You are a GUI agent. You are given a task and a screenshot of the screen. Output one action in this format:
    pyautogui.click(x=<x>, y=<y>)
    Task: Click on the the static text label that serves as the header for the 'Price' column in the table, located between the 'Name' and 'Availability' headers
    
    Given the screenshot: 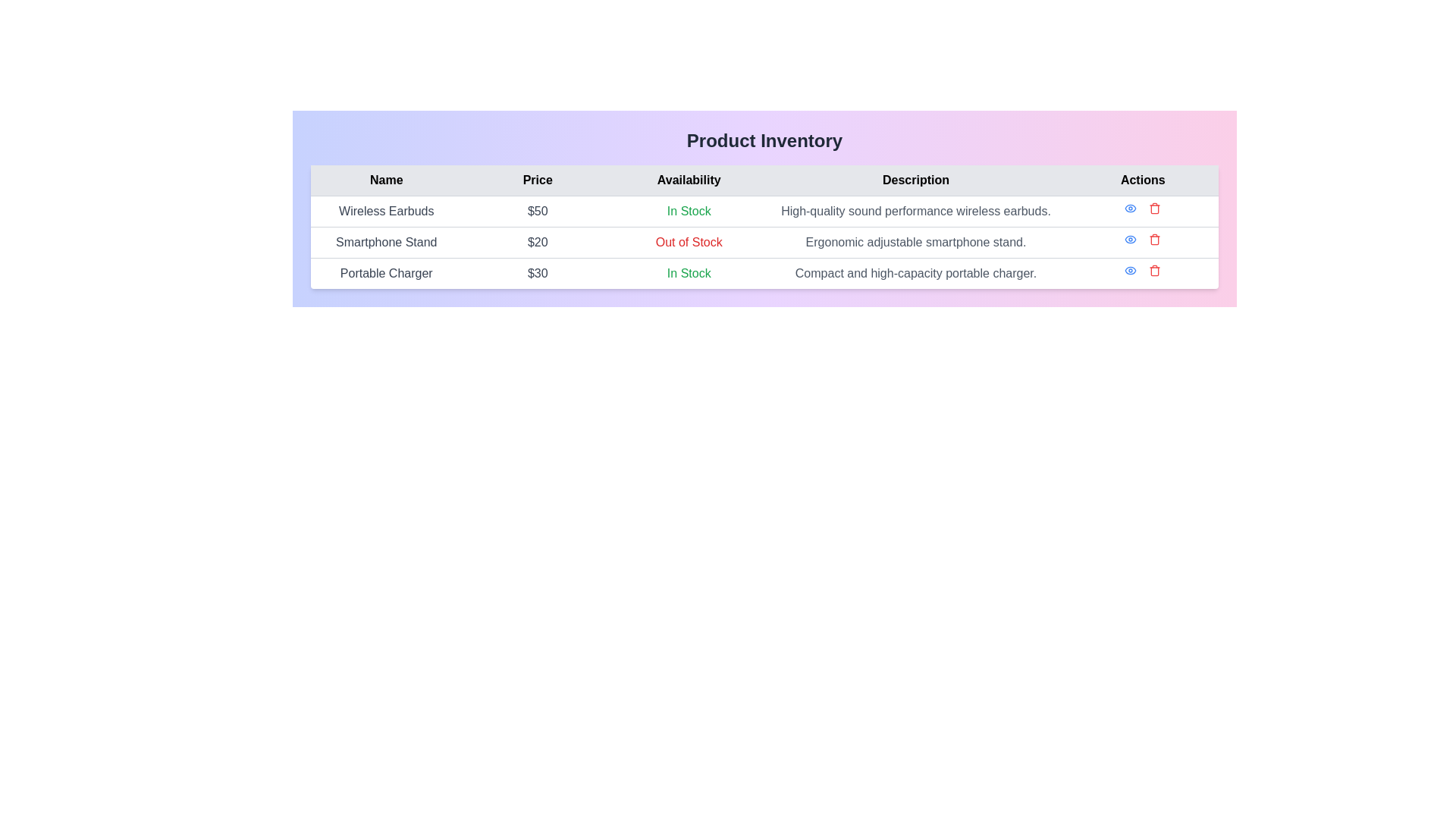 What is the action you would take?
    pyautogui.click(x=538, y=180)
    